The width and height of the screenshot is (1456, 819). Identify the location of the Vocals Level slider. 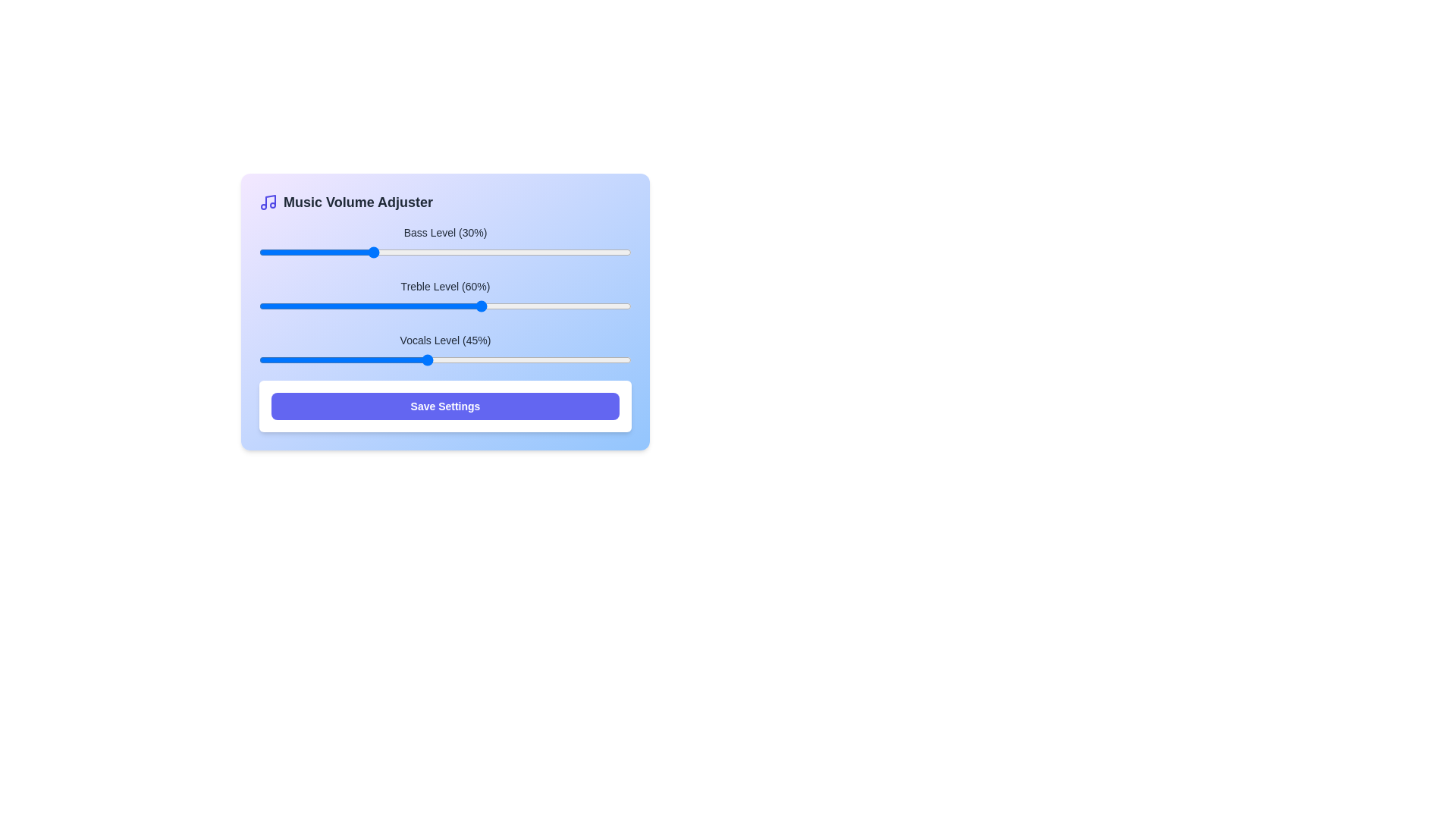
(556, 359).